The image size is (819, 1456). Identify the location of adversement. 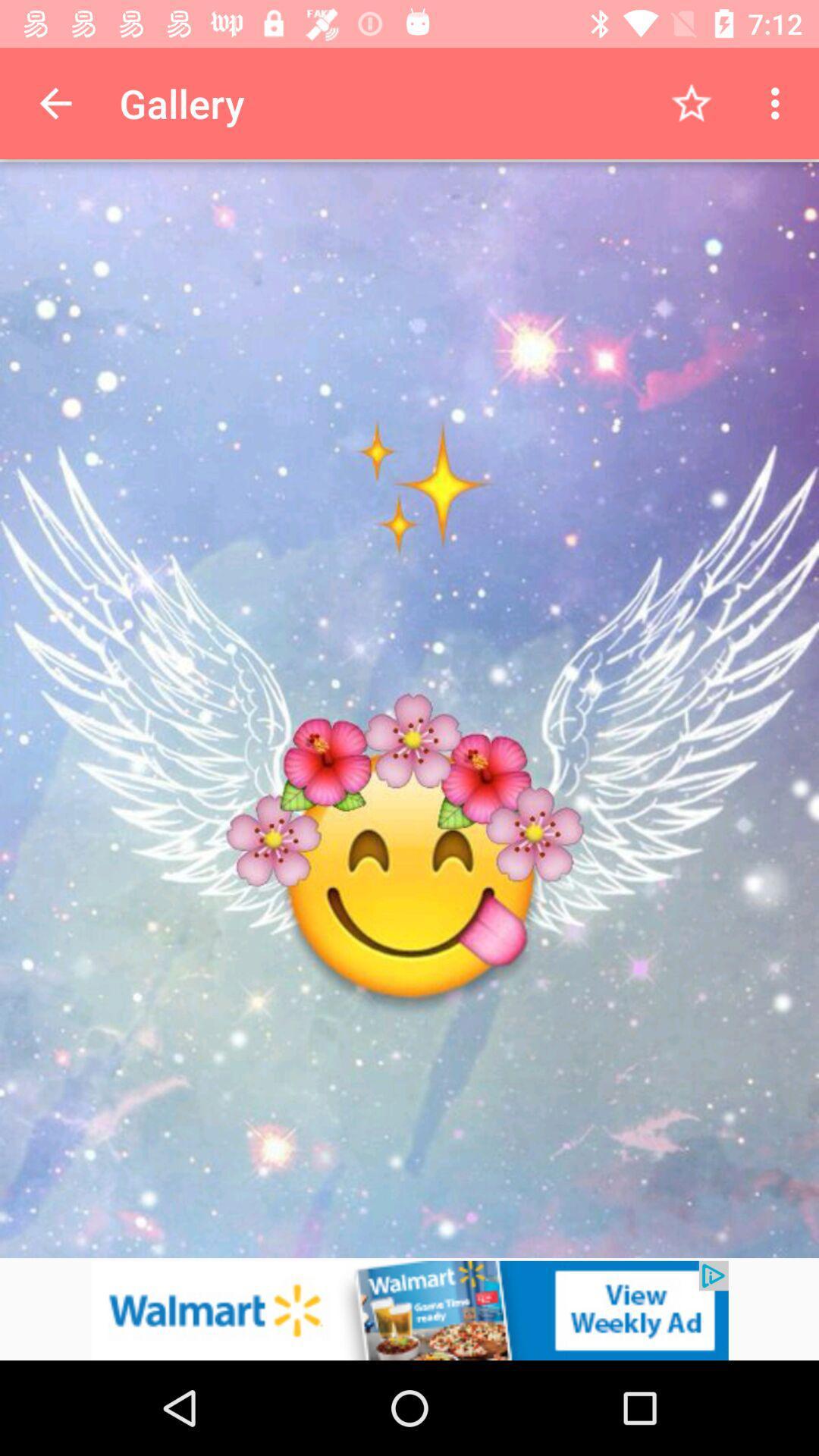
(409, 1310).